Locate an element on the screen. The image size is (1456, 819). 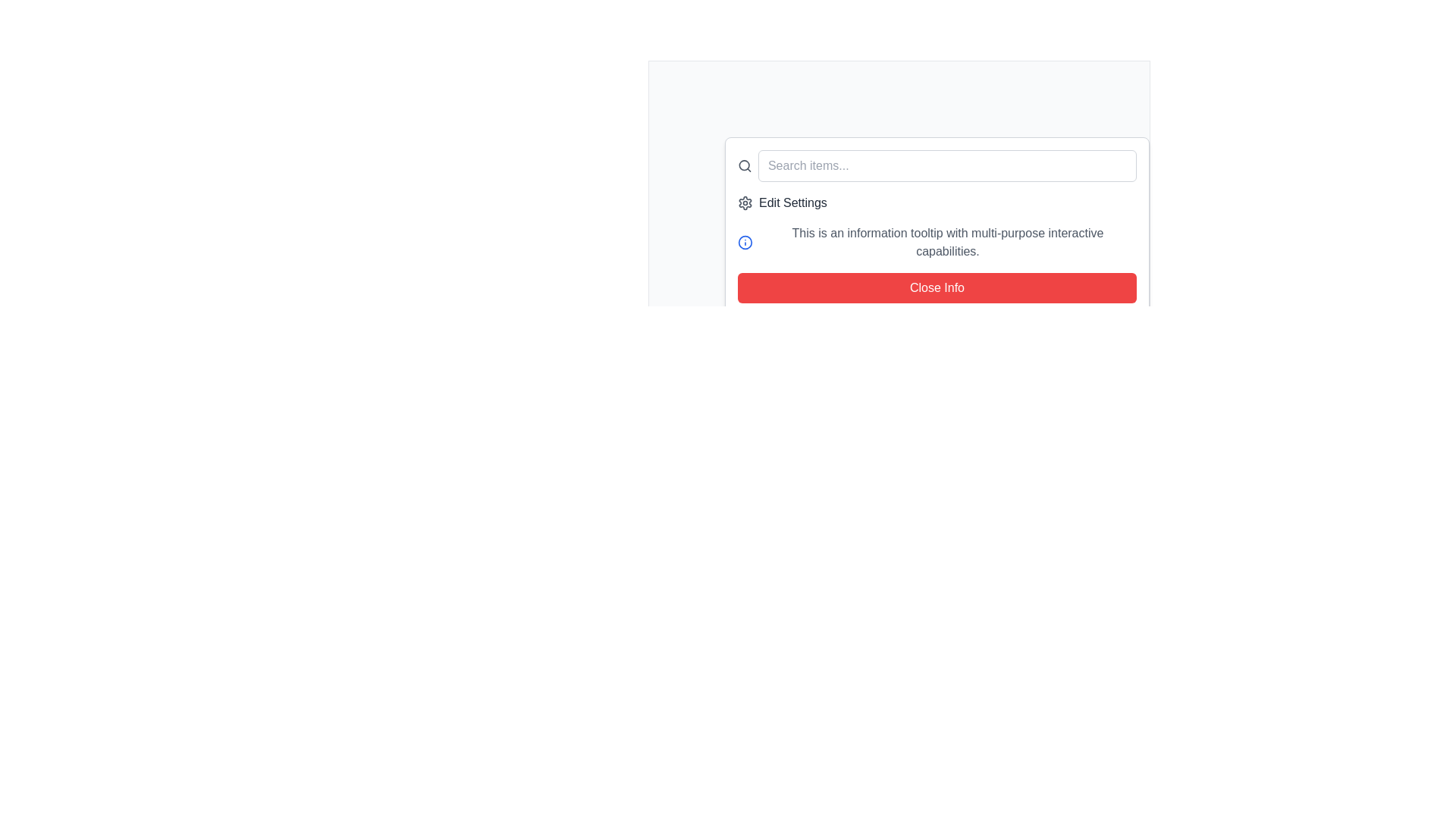
the circular element of the magnifying glass icon located in the top-left corner of the visible card interface is located at coordinates (744, 165).